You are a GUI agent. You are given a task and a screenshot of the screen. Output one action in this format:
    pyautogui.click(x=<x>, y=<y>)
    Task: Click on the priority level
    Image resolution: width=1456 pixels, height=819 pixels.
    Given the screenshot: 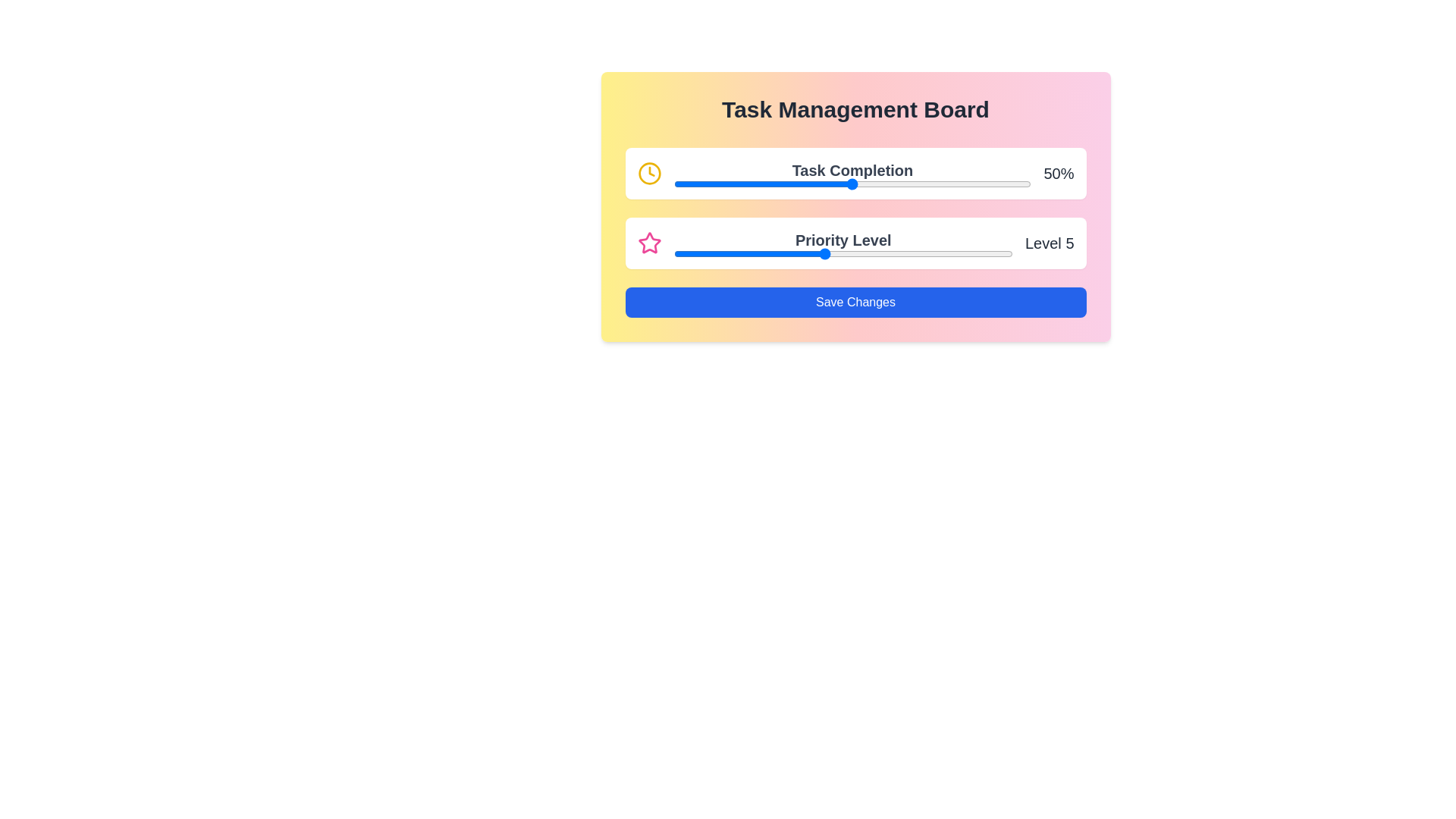 What is the action you would take?
    pyautogui.click(x=975, y=253)
    